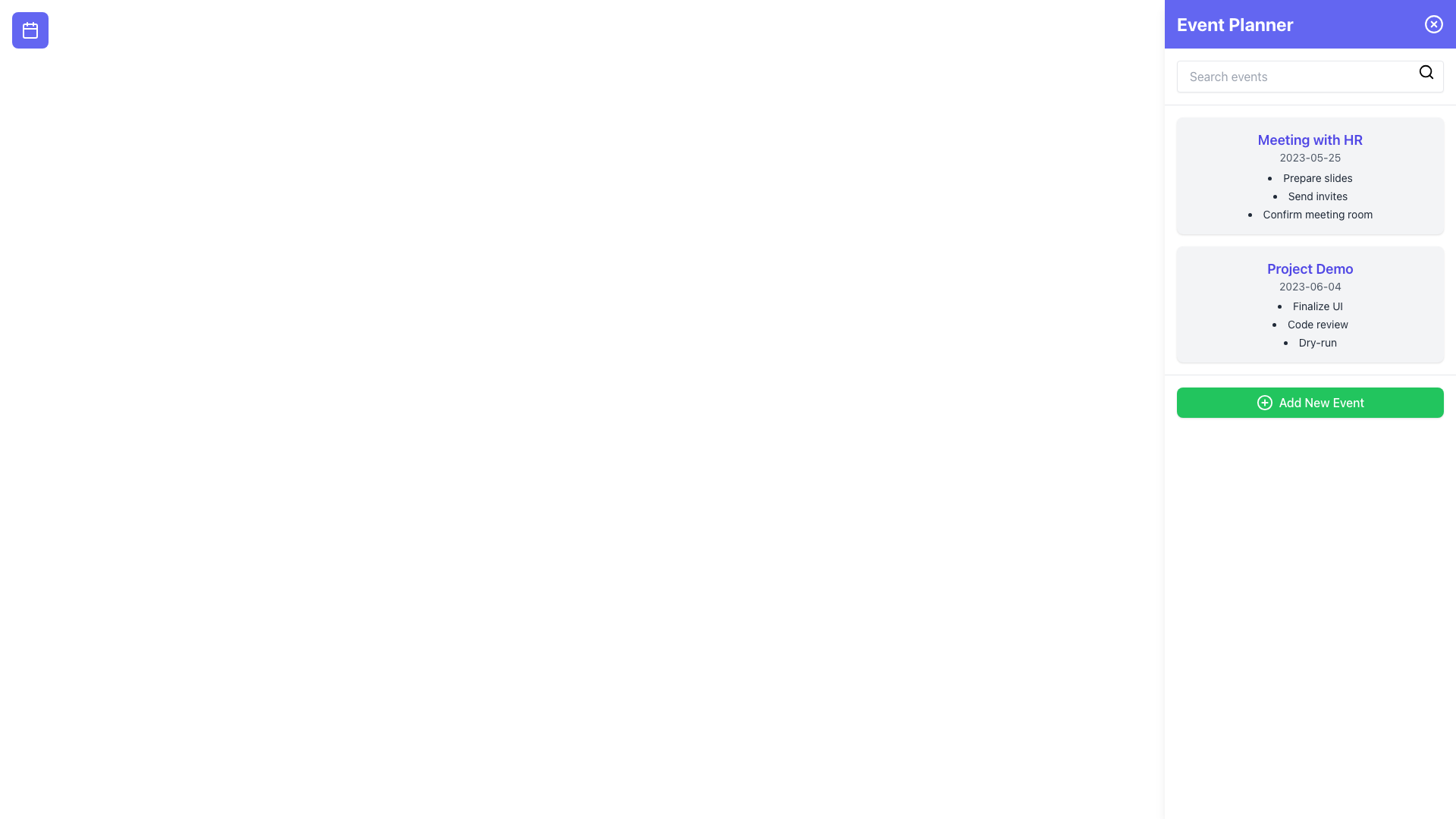 Image resolution: width=1456 pixels, height=819 pixels. I want to click on the text content that reads 'Prepare slides', which is the first item in the bullet-point list under 'Meeting with HR', so click(1310, 177).